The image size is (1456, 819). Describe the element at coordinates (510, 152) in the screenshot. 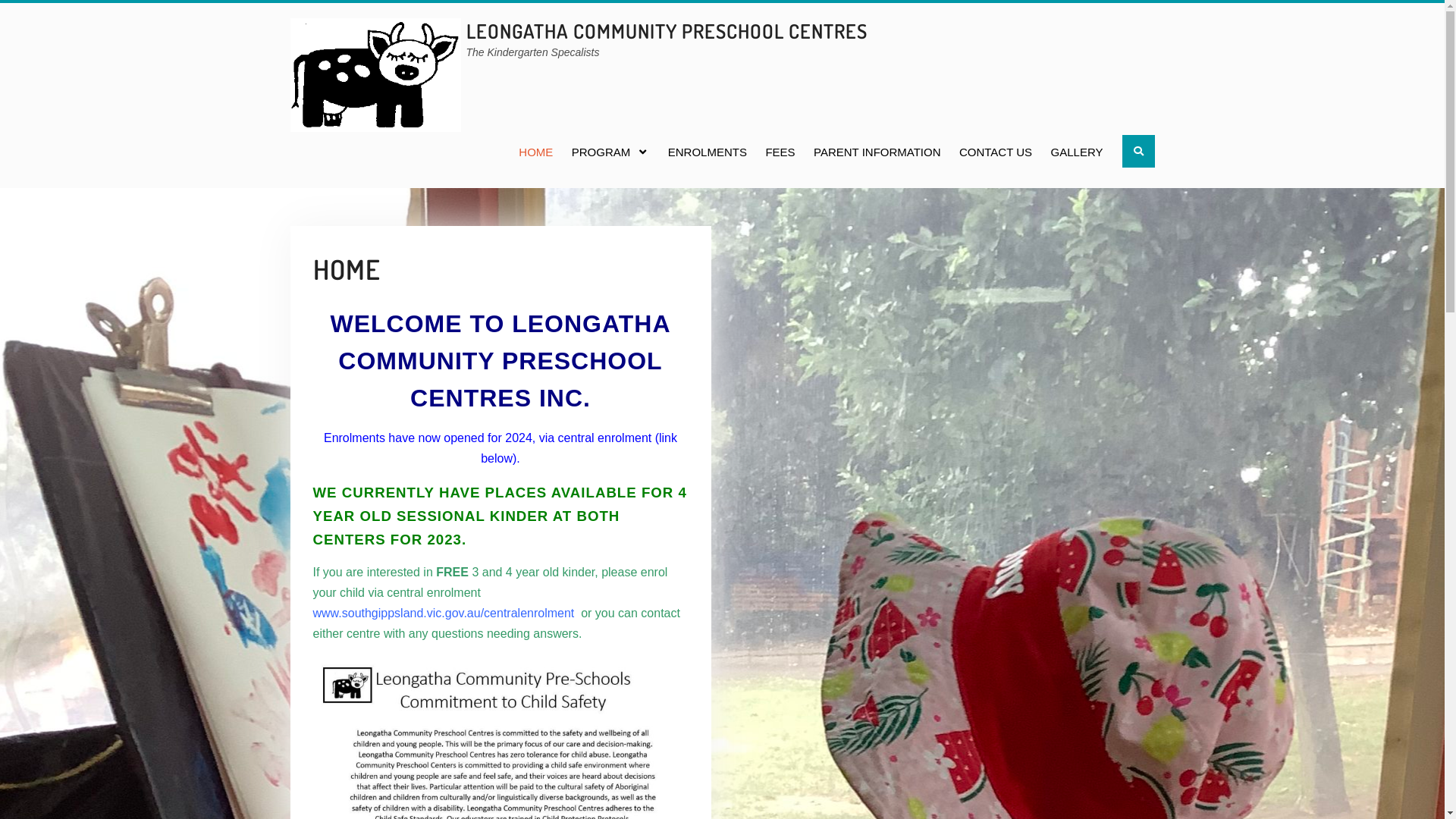

I see `'HOME'` at that location.